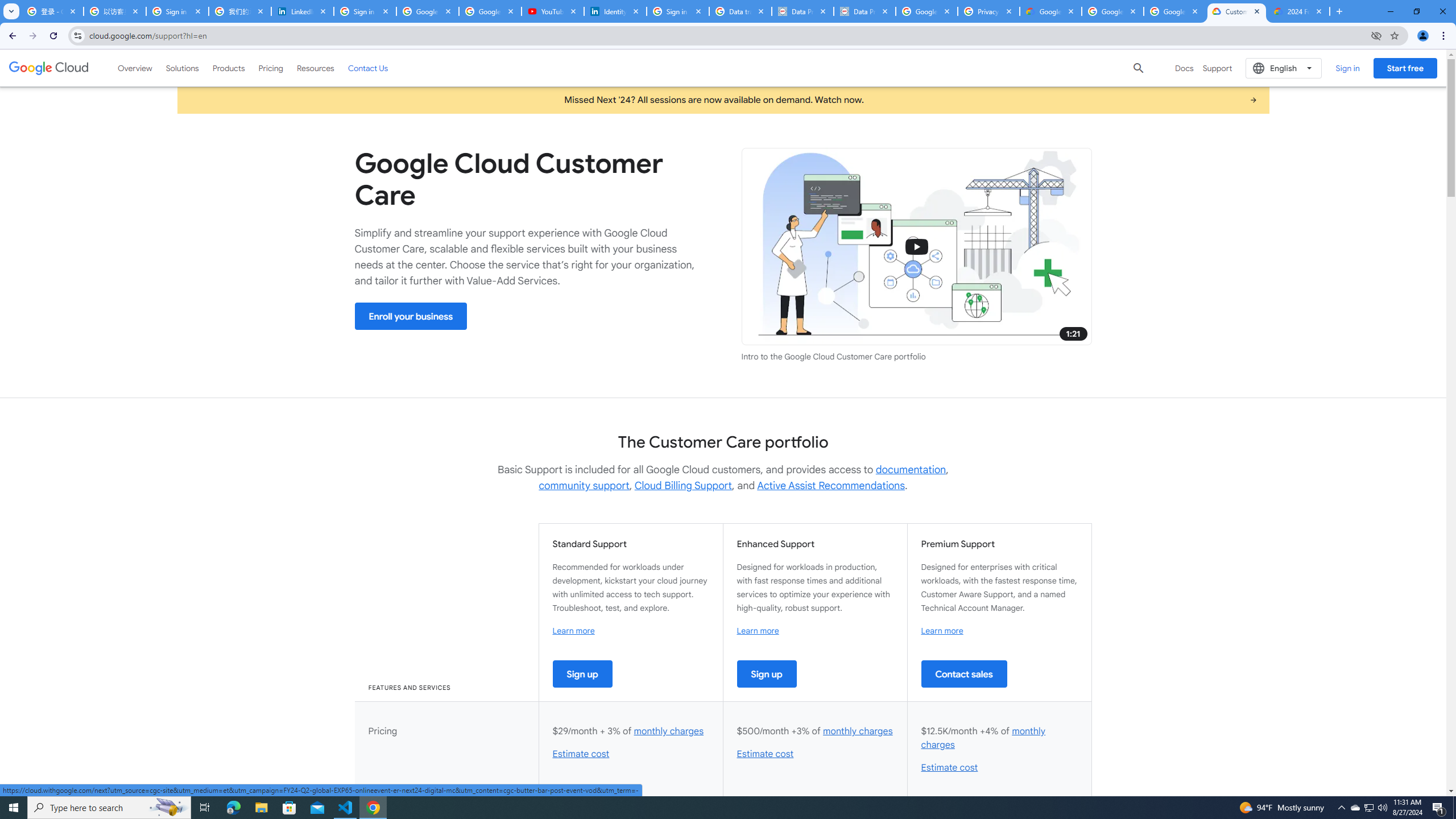  What do you see at coordinates (48, 67) in the screenshot?
I see `'Google Cloud'` at bounding box center [48, 67].